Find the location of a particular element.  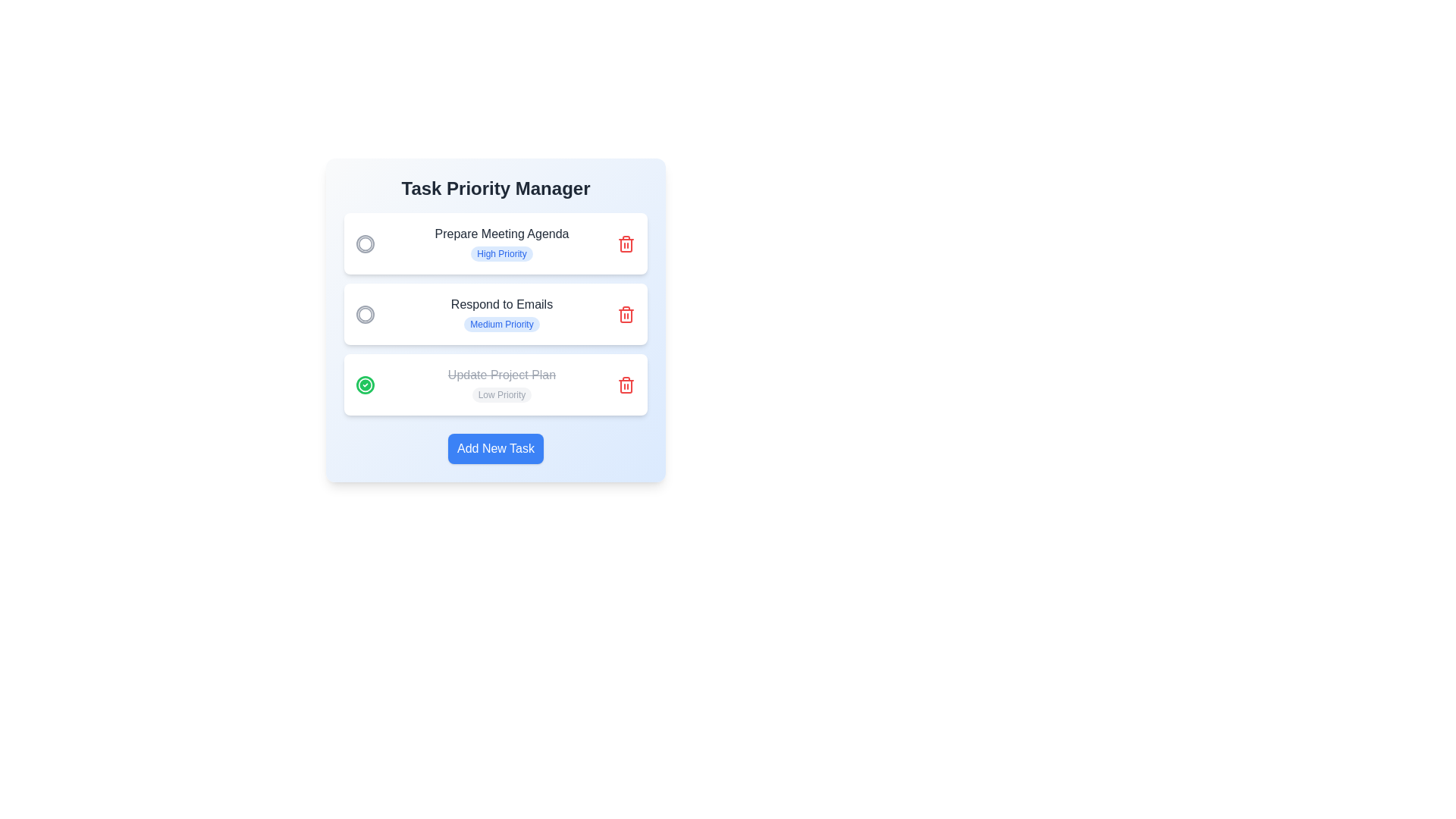

the decorative circle element representing the task status for 'Update Project Plan', located at the lower task item in the interface layout is located at coordinates (365, 383).